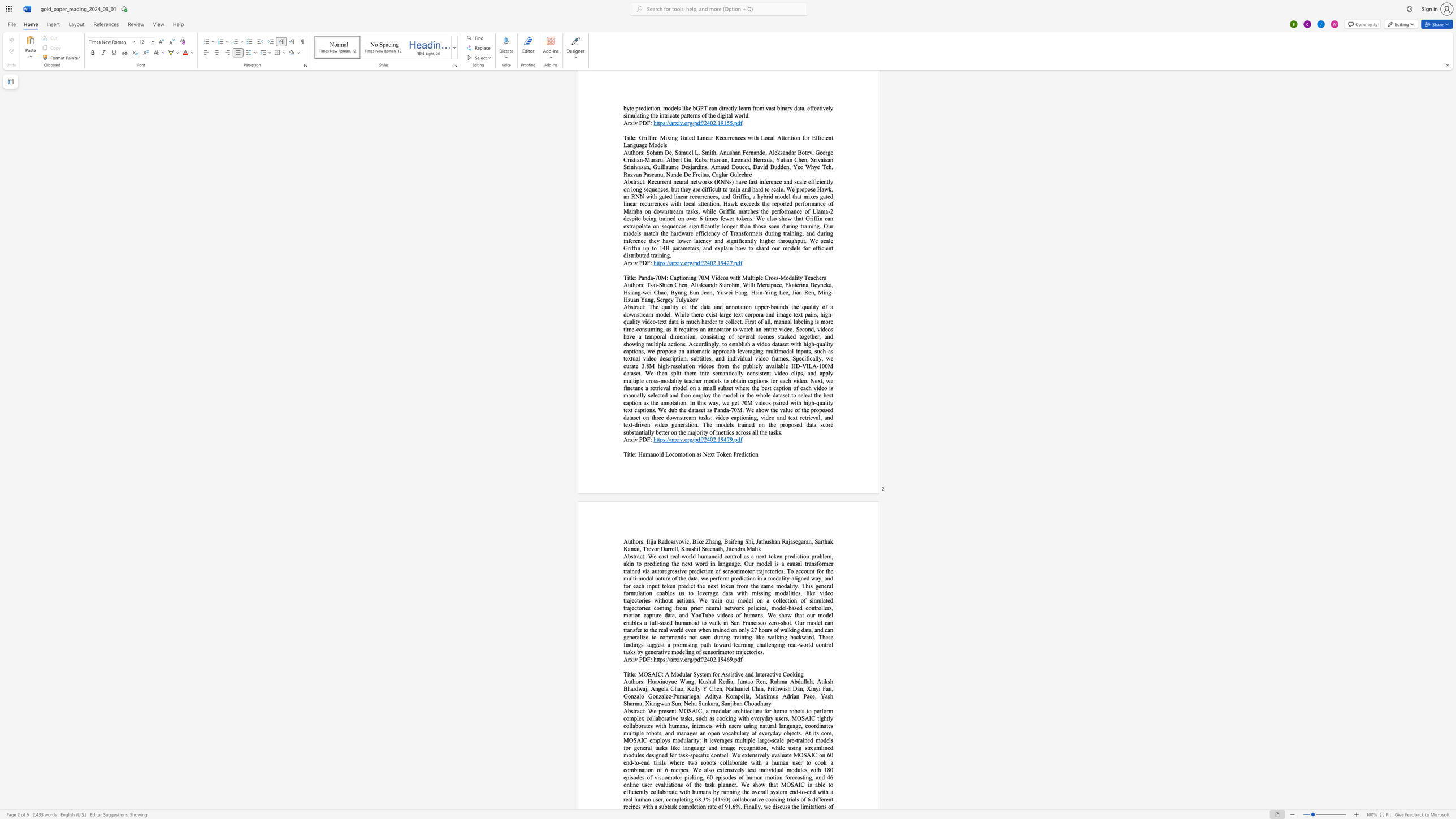 Image resolution: width=1456 pixels, height=819 pixels. What do you see at coordinates (718, 659) in the screenshot?
I see `the 1th character "1" in the text` at bounding box center [718, 659].